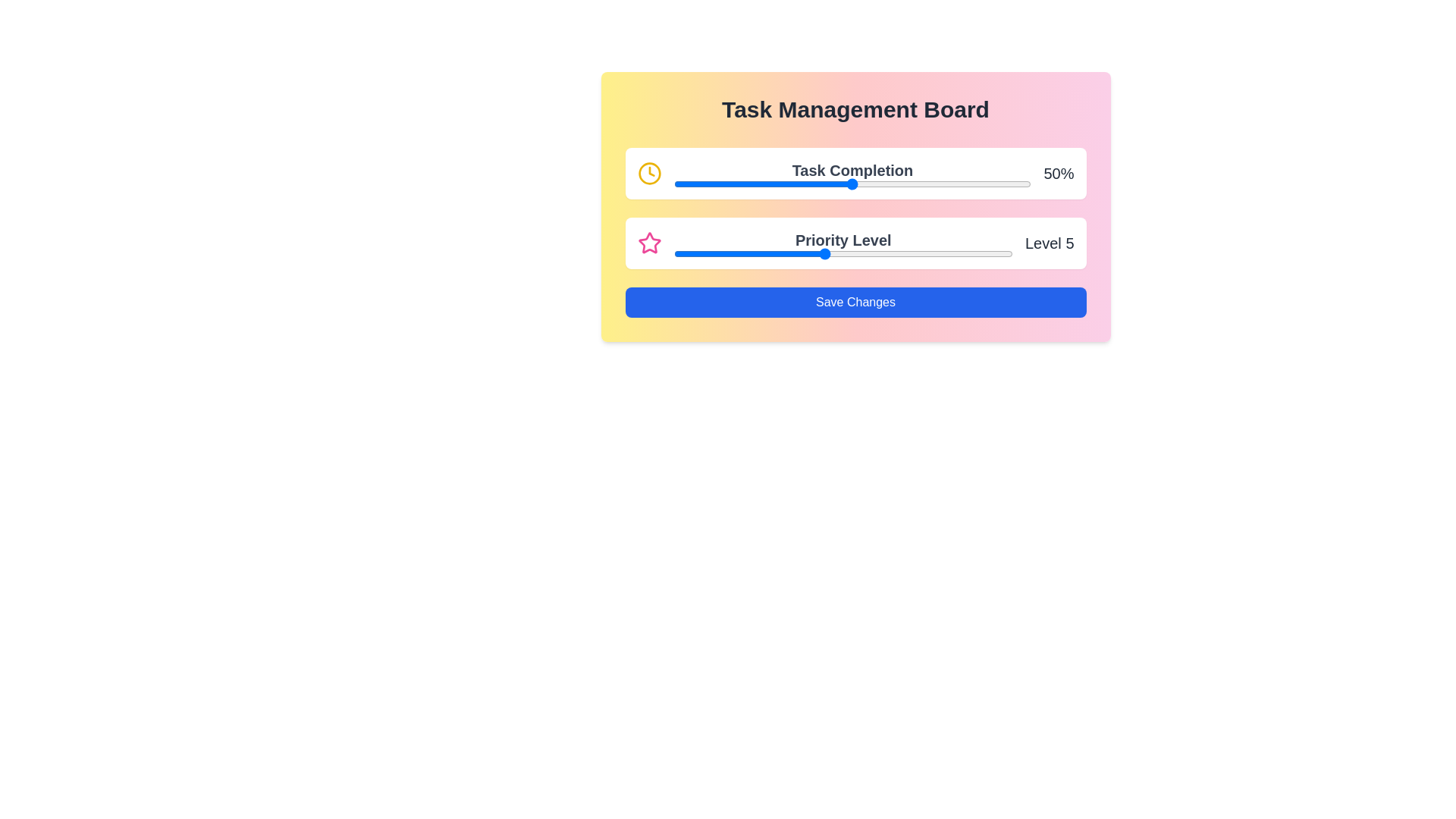 This screenshot has width=1456, height=819. I want to click on the priority level, so click(786, 253).